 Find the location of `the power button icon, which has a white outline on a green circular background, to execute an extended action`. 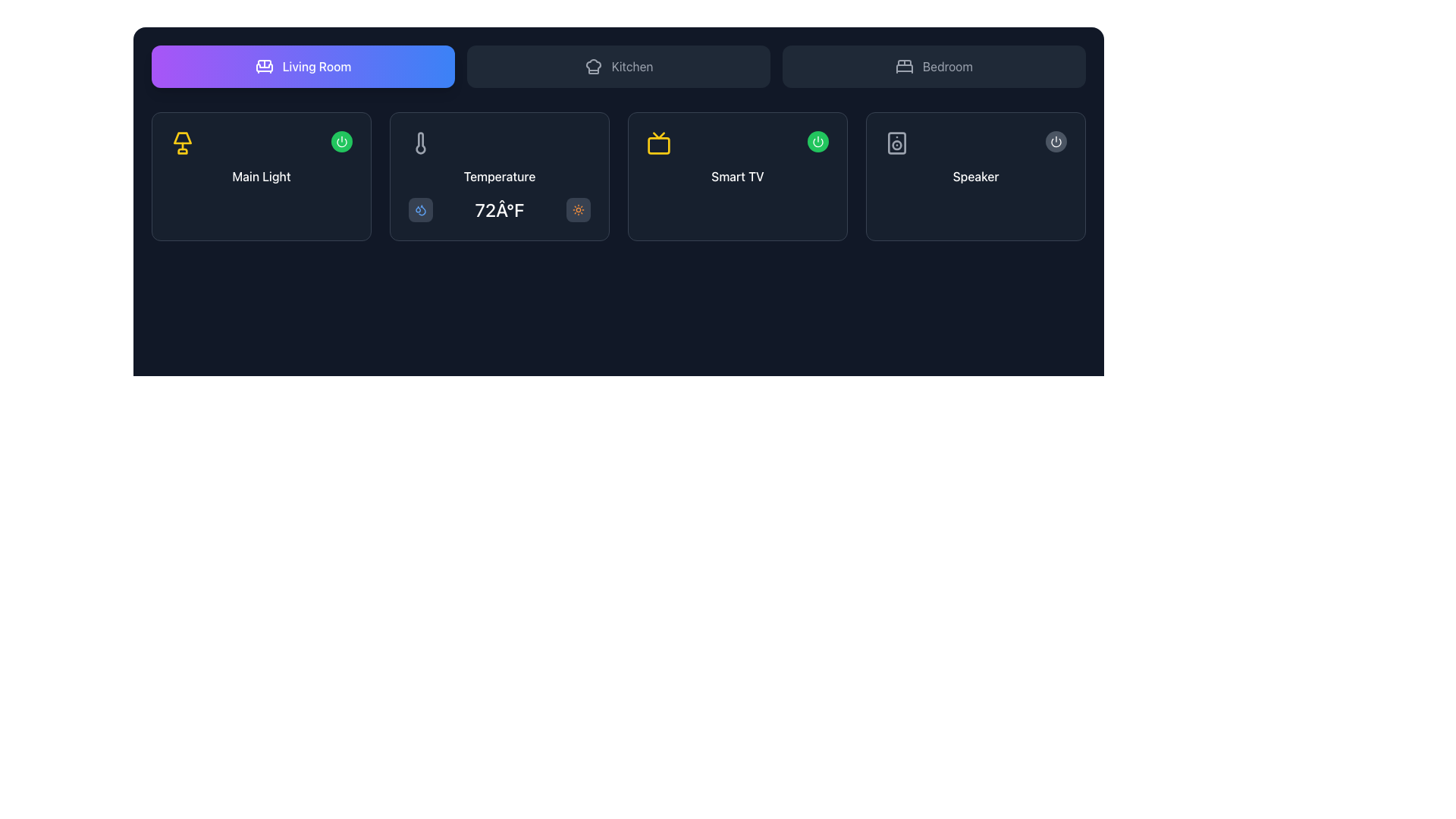

the power button icon, which has a white outline on a green circular background, to execute an extended action is located at coordinates (341, 141).